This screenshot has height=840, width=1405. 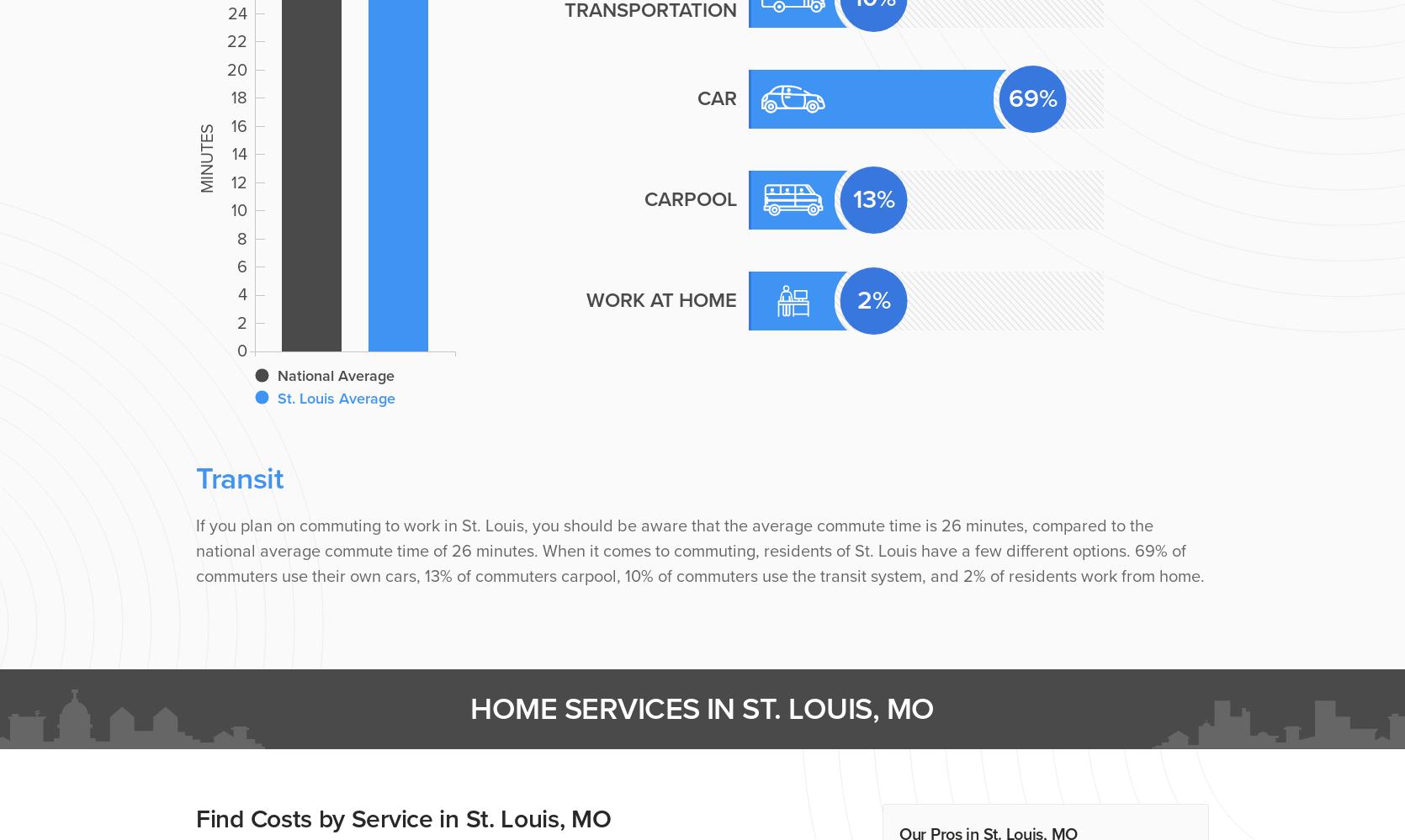 I want to click on '12', so click(x=238, y=181).